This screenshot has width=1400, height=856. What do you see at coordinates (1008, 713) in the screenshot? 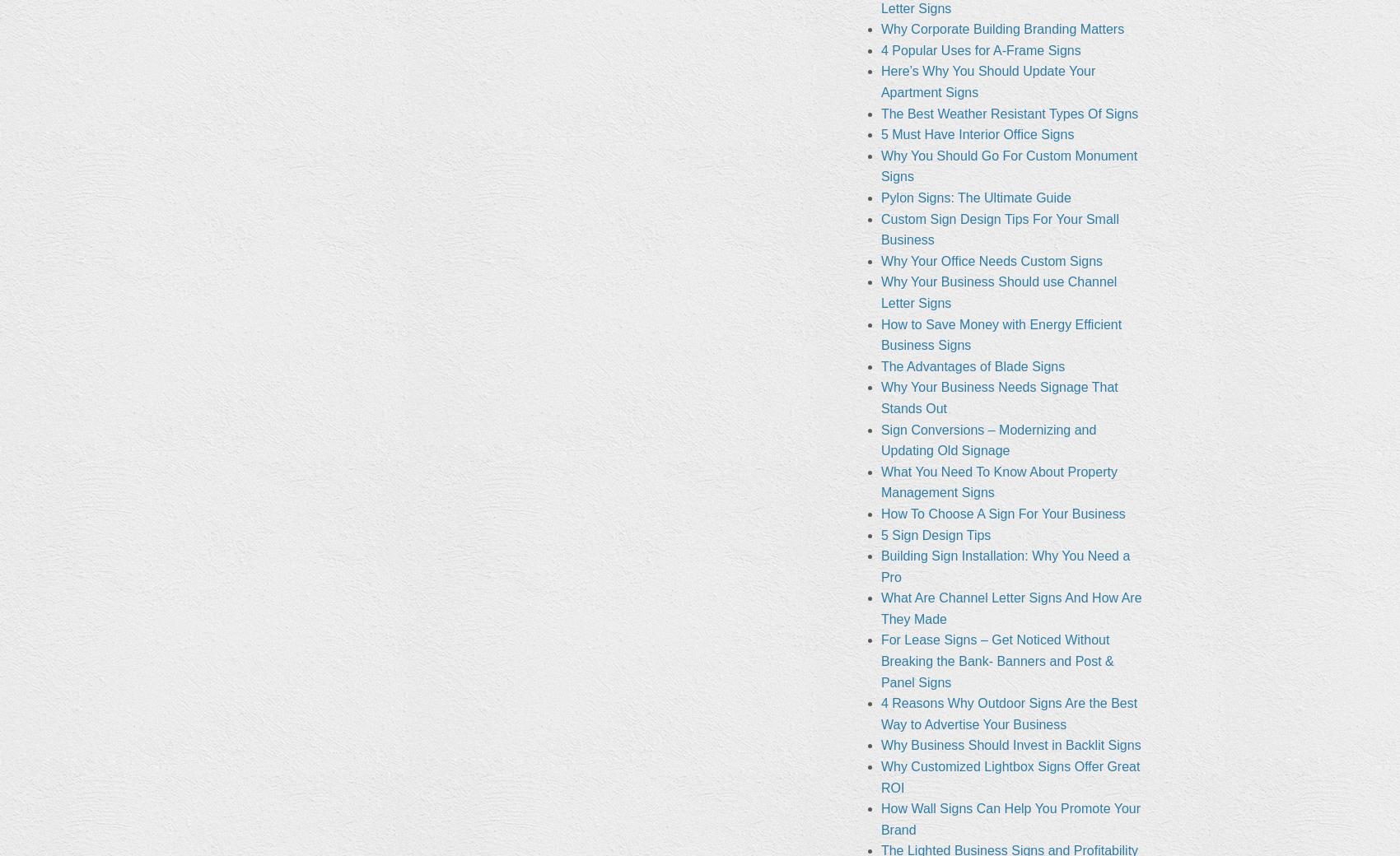
I see `'4 Reasons Why Outdoor Signs Are the Best Way to Advertise Your Business'` at bounding box center [1008, 713].